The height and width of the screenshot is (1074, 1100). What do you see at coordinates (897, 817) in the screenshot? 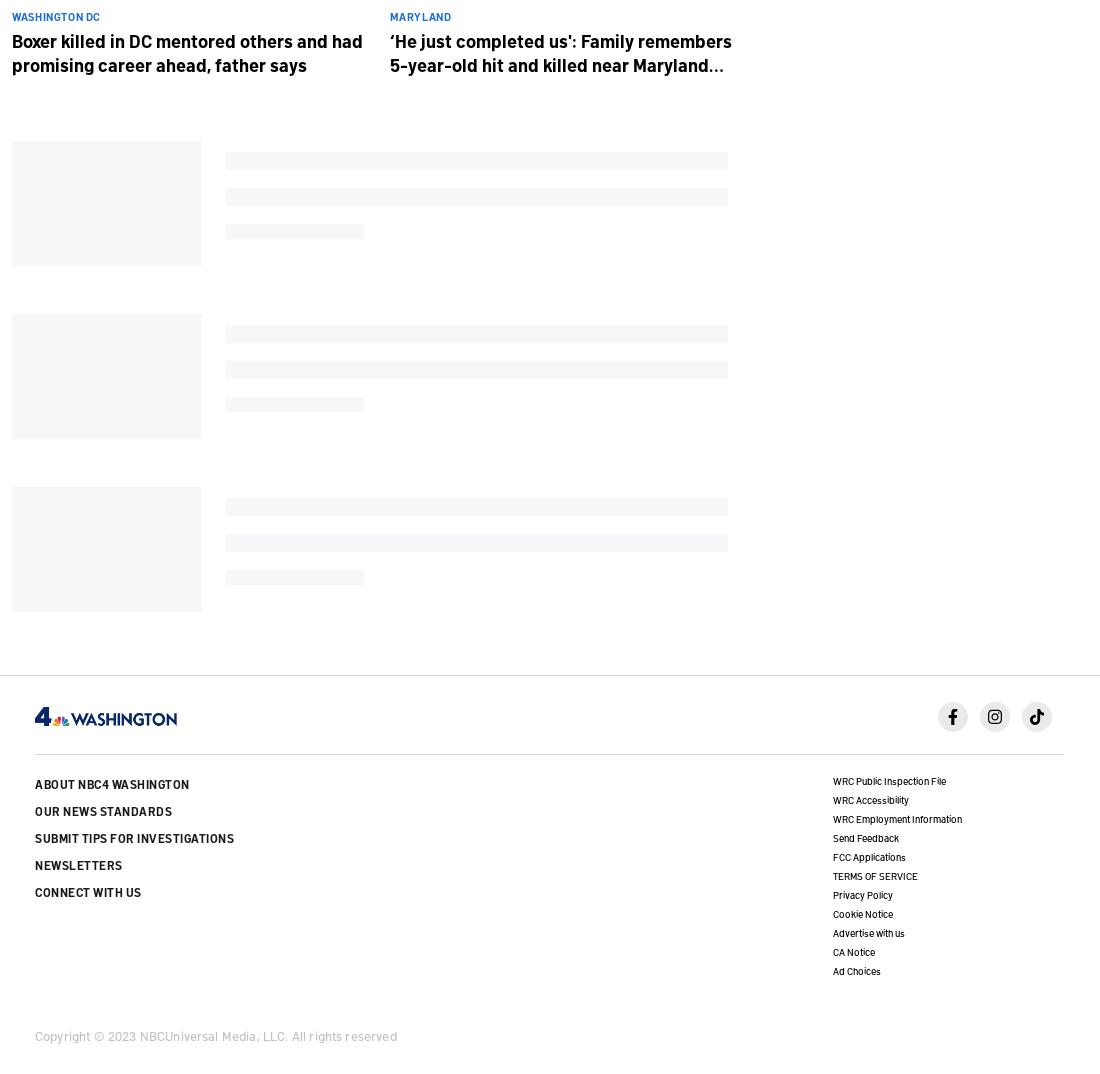
I see `'WRC Employment Information'` at bounding box center [897, 817].